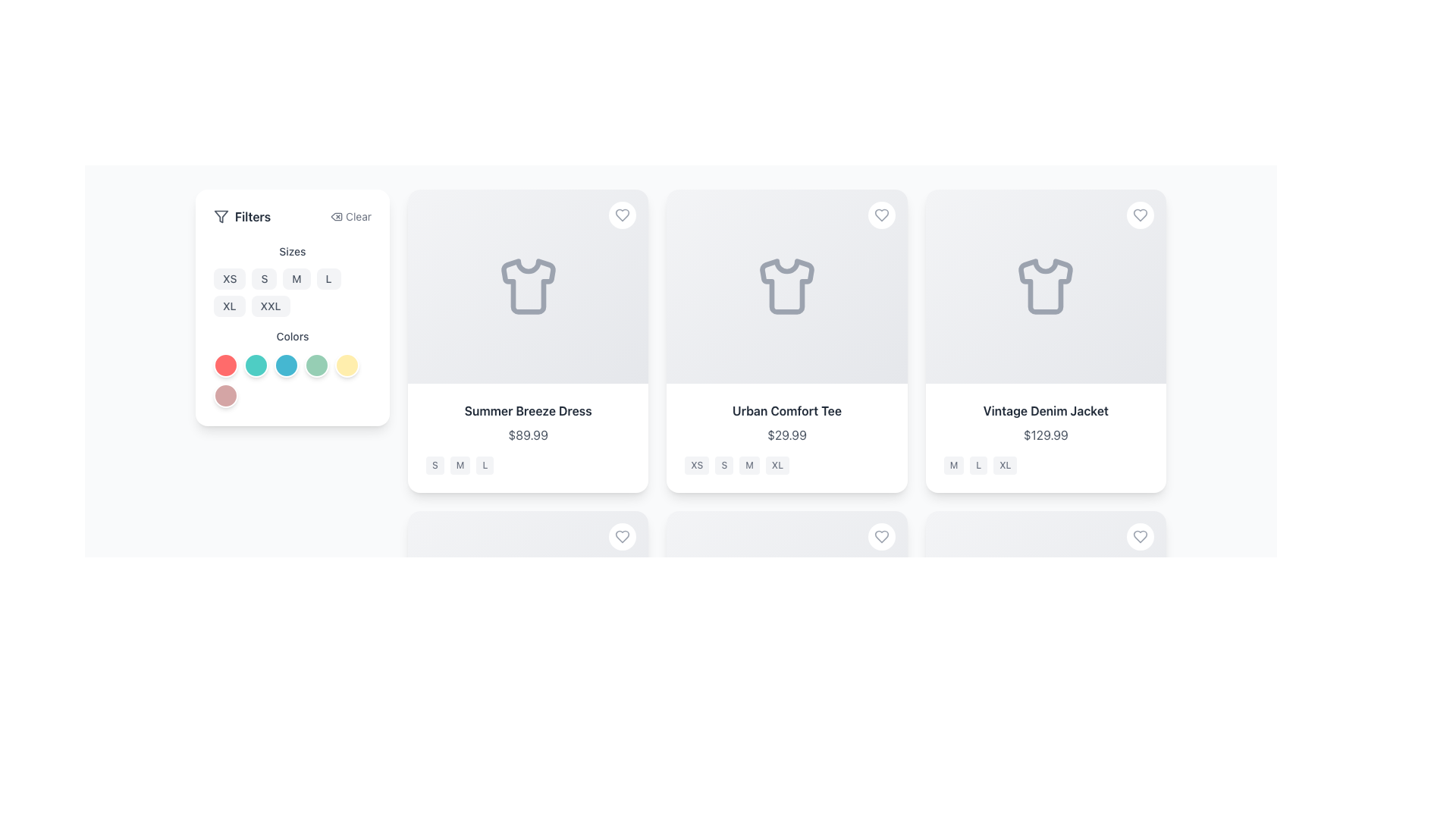 This screenshot has width=1456, height=819. What do you see at coordinates (1140, 215) in the screenshot?
I see `the heart-shaped button located` at bounding box center [1140, 215].